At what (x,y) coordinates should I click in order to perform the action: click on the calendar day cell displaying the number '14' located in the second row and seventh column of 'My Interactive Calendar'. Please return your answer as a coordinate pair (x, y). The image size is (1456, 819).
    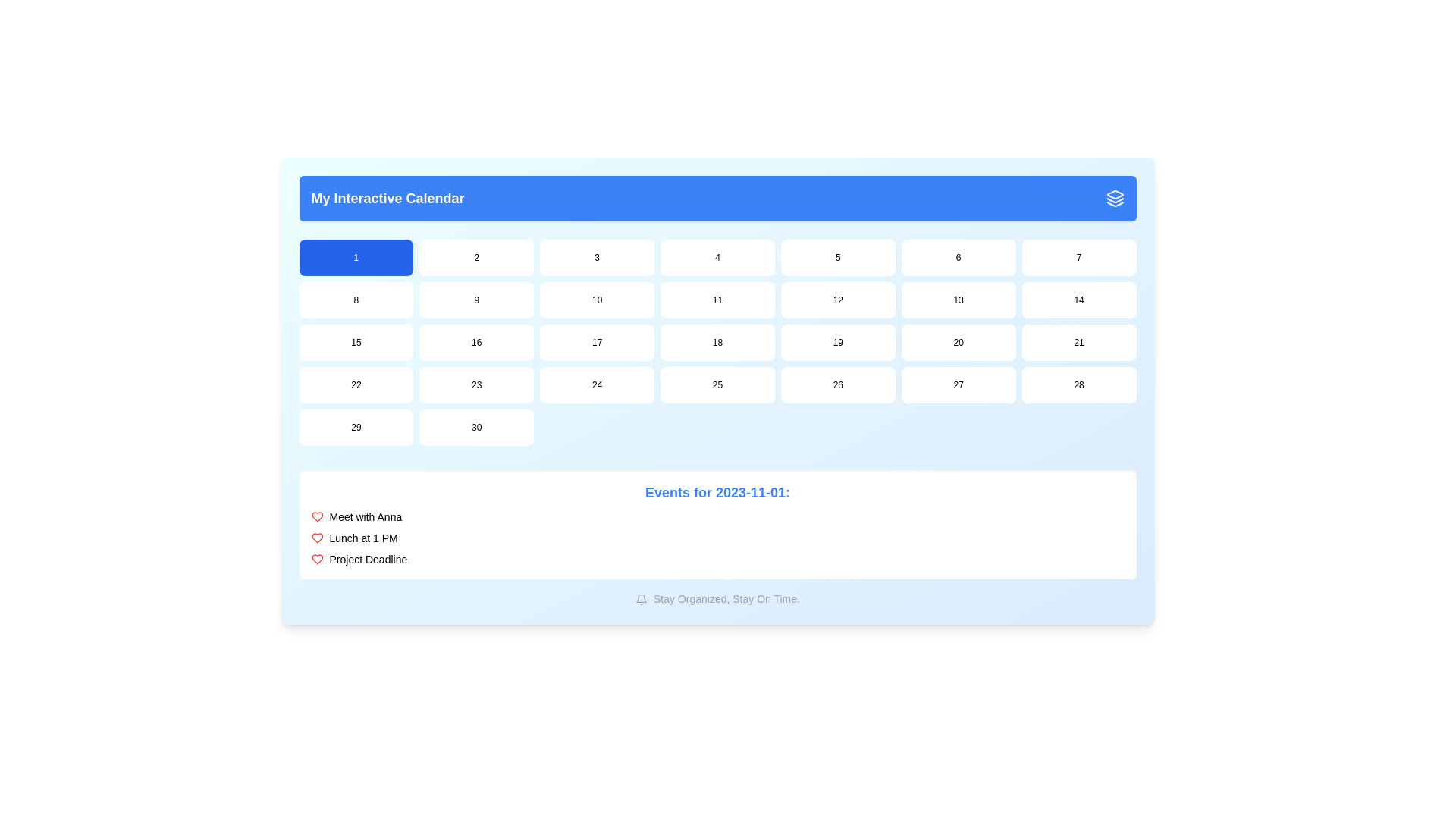
    Looking at the image, I should click on (1078, 300).